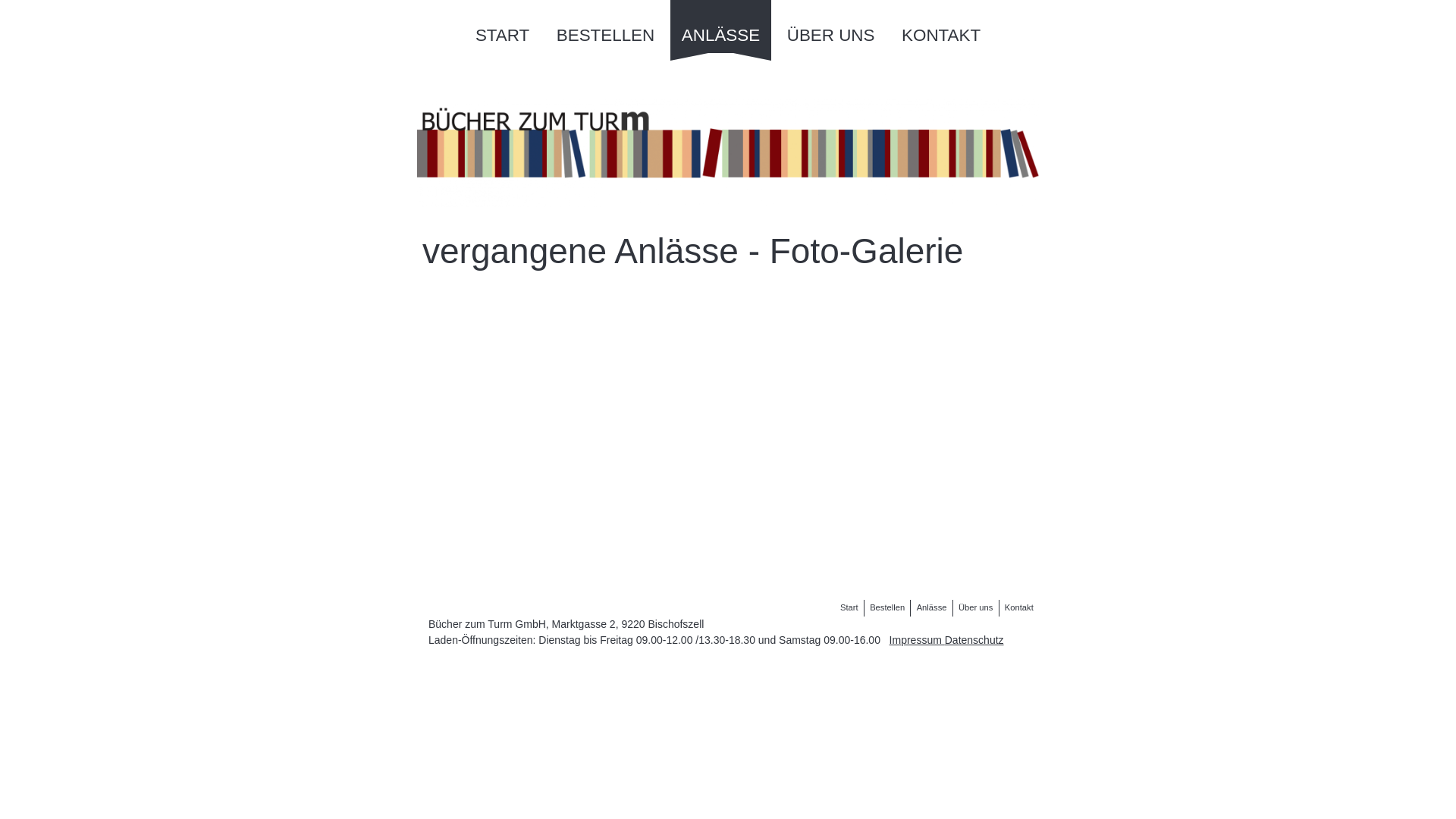 The height and width of the screenshot is (819, 1456). I want to click on 'Start', so click(848, 607).